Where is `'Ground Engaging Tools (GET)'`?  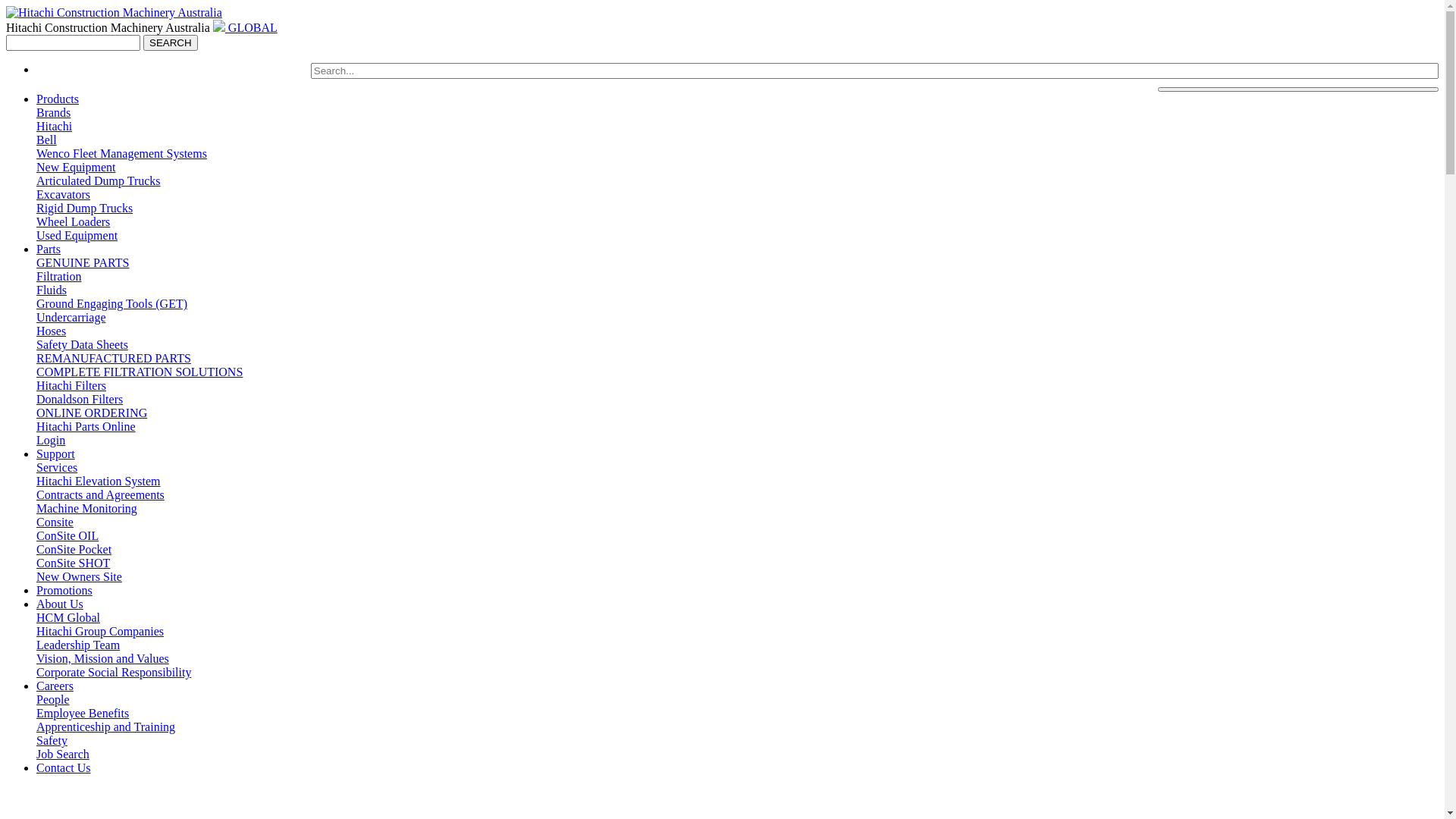
'Ground Engaging Tools (GET)' is located at coordinates (36, 303).